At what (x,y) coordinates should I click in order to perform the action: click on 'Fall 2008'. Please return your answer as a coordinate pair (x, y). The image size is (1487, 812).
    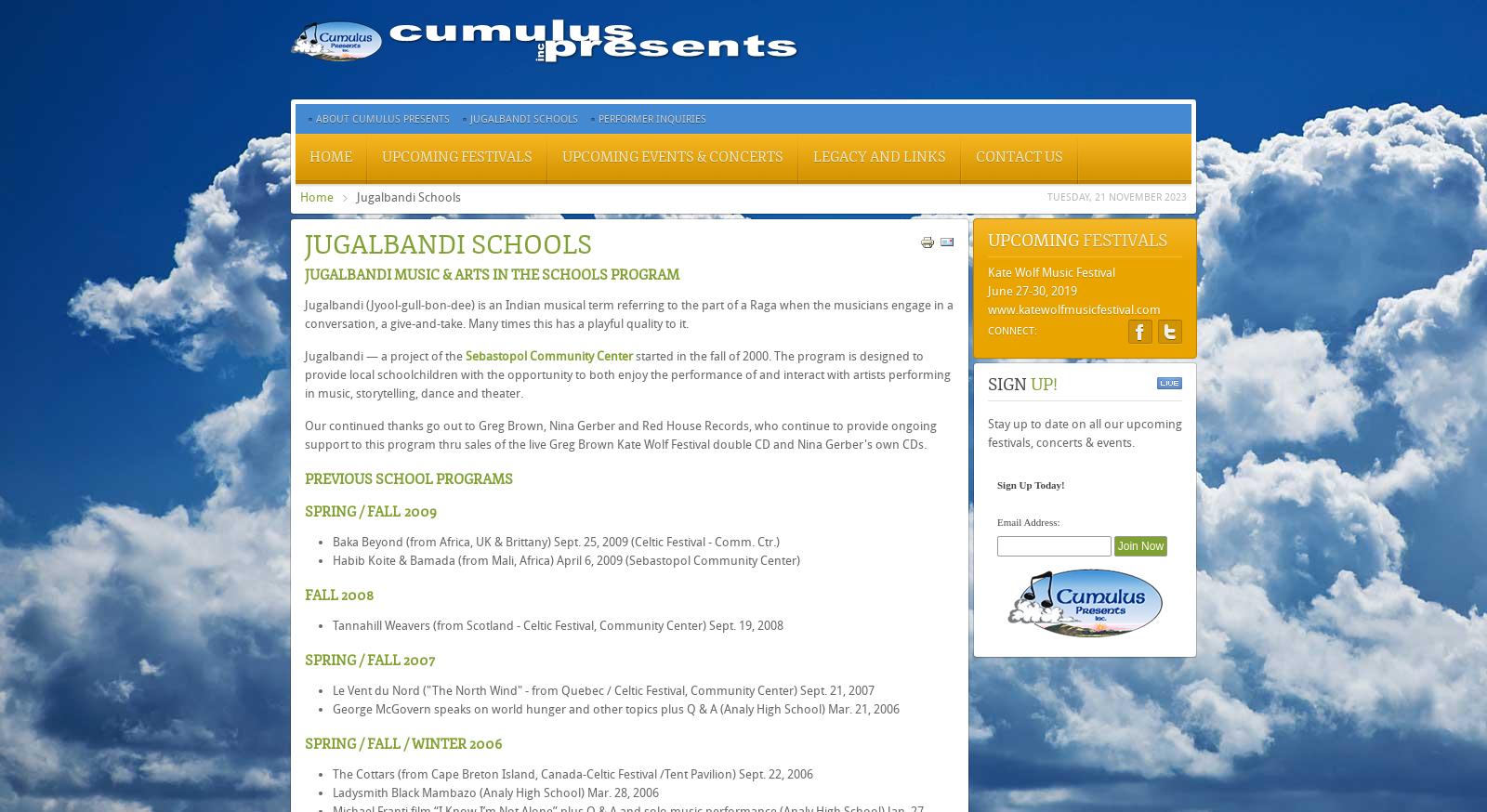
    Looking at the image, I should click on (338, 595).